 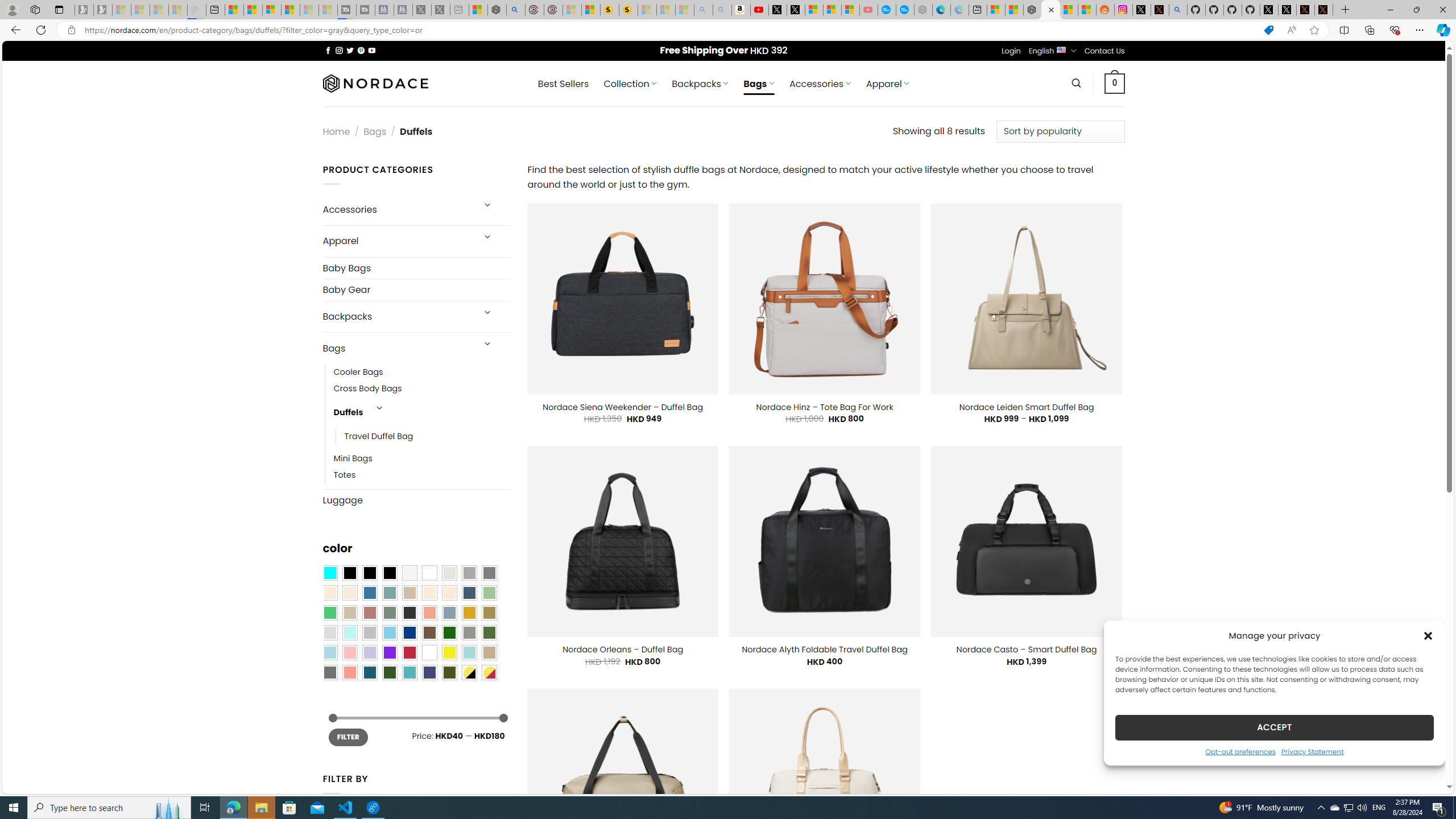 What do you see at coordinates (1115, 82) in the screenshot?
I see `'  0  '` at bounding box center [1115, 82].